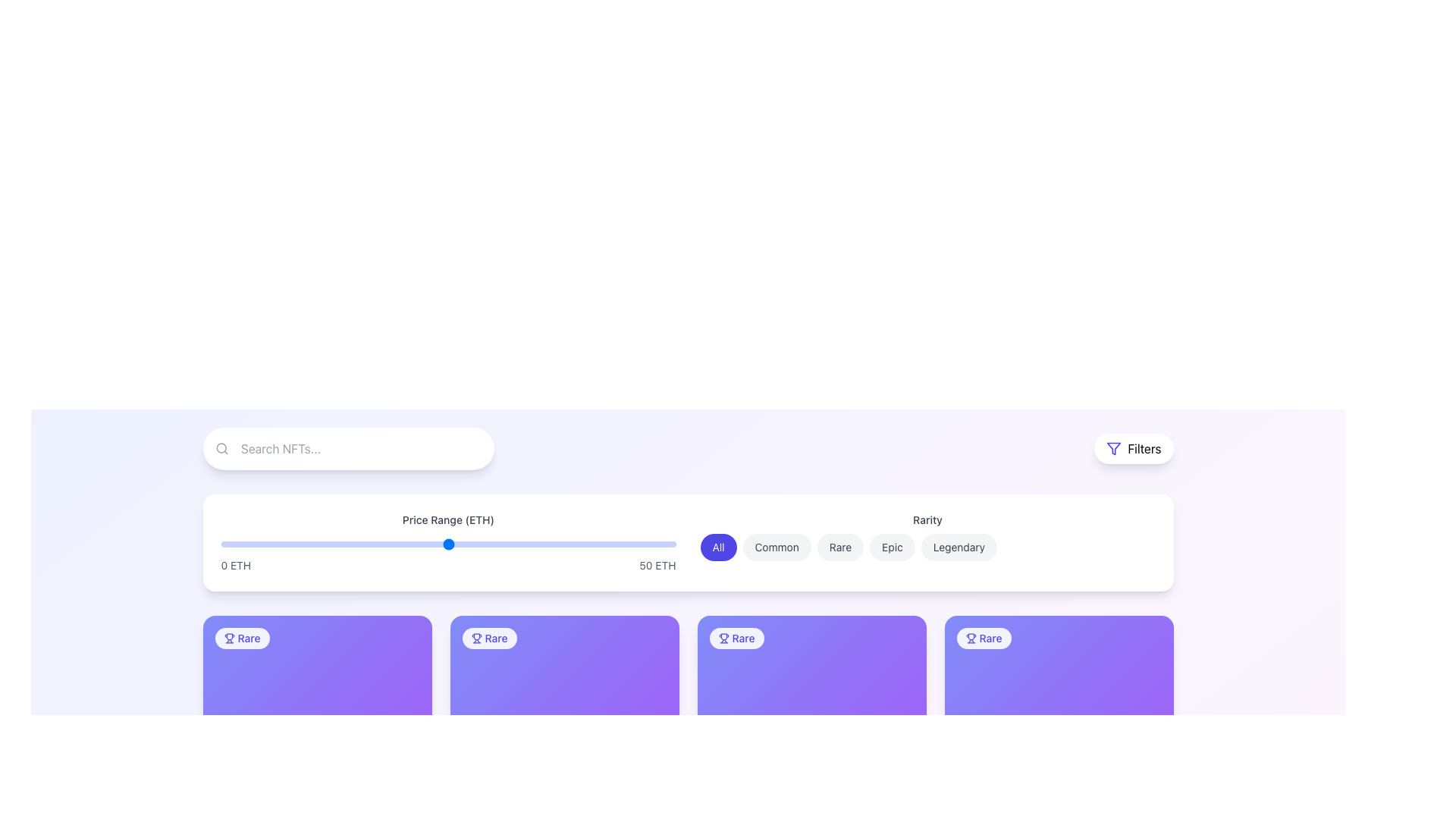 This screenshot has height=819, width=1456. I want to click on the slider value, so click(403, 543).